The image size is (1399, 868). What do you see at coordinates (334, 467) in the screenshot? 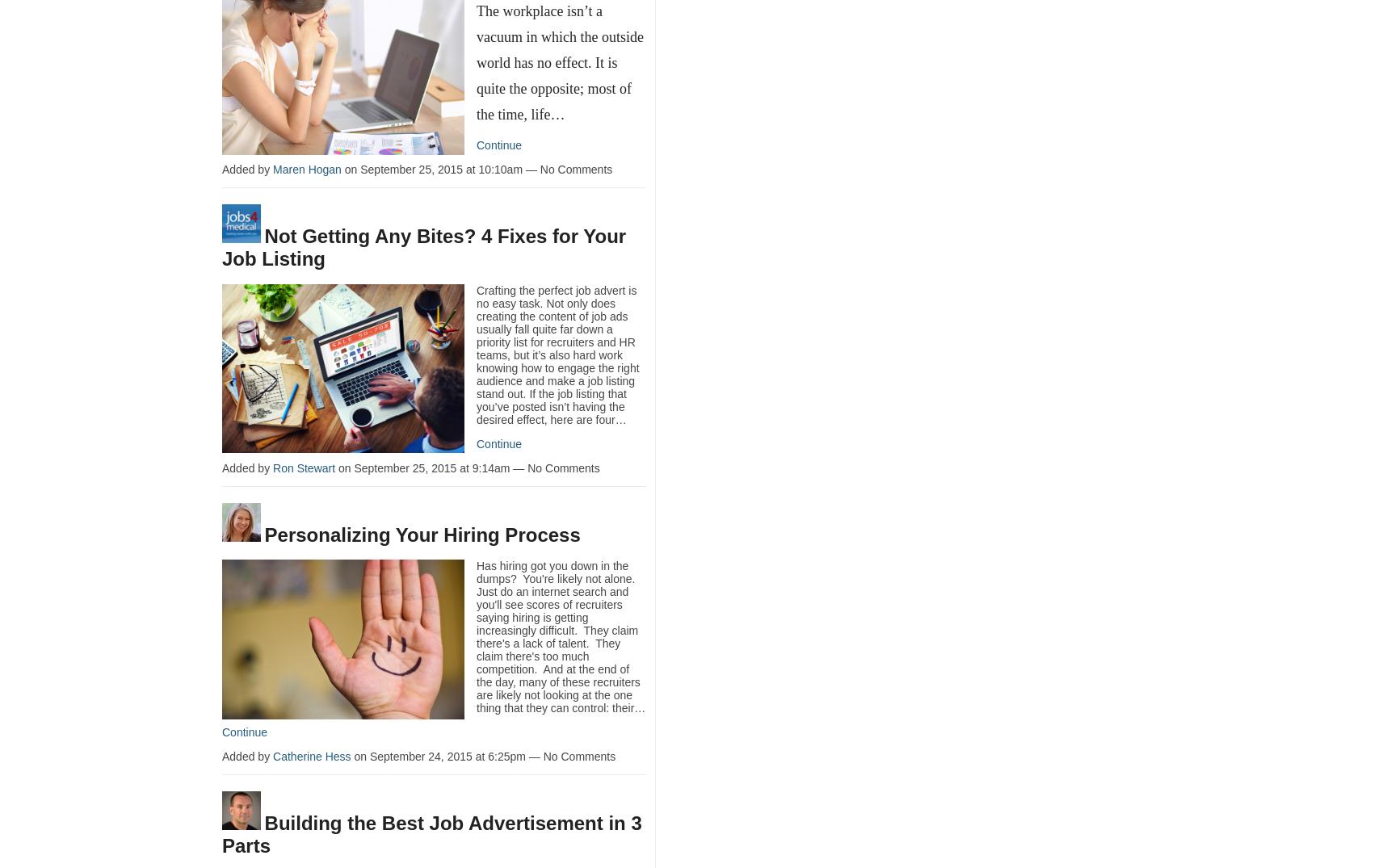
I see `'on September 25, 2015 at 9:14am                            —
                                                            No Comments'` at bounding box center [334, 467].